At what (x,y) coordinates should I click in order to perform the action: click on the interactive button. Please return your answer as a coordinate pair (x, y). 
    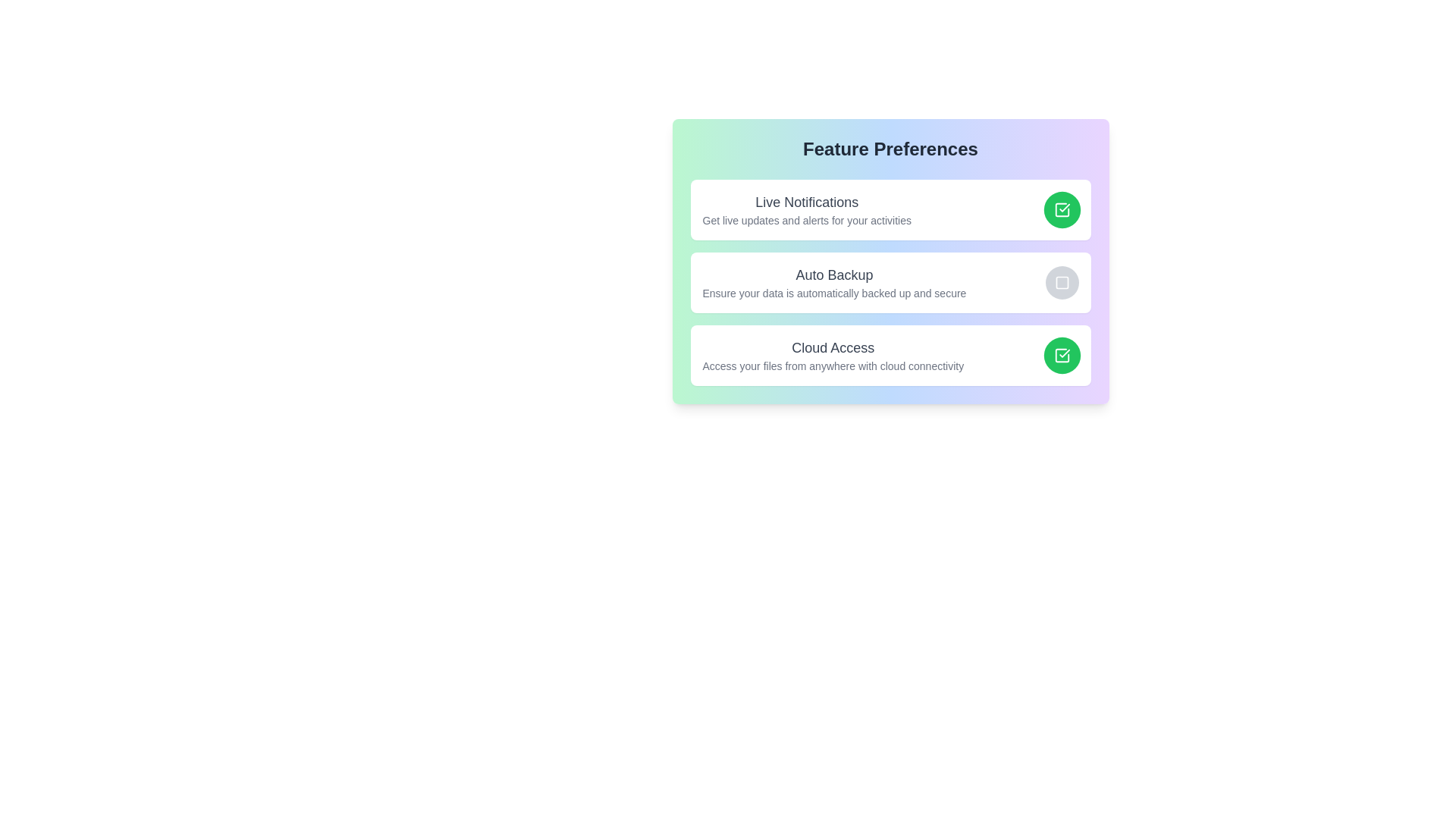
    Looking at the image, I should click on (1061, 356).